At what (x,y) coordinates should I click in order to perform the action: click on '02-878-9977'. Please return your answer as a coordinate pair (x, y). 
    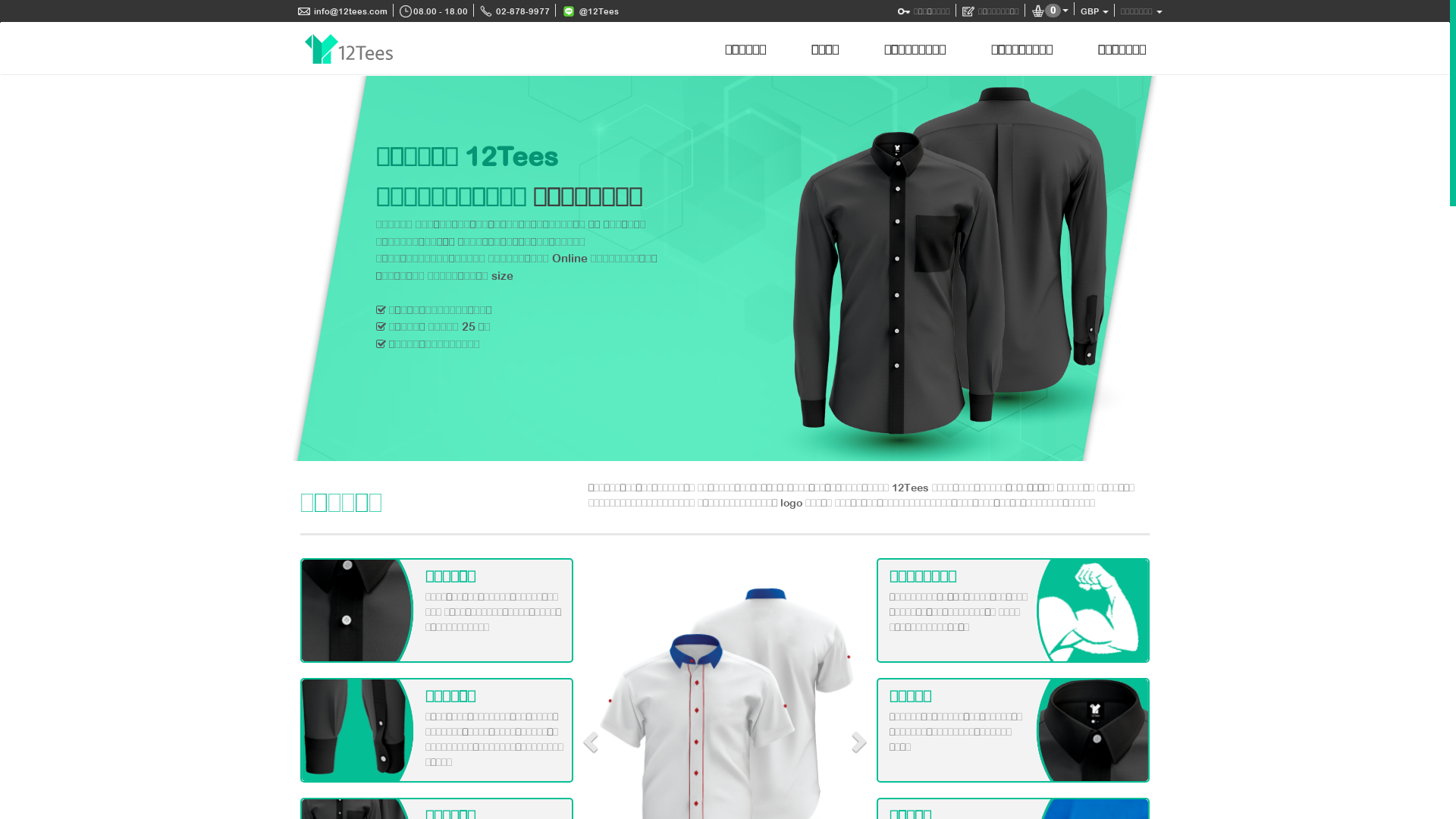
    Looking at the image, I should click on (514, 11).